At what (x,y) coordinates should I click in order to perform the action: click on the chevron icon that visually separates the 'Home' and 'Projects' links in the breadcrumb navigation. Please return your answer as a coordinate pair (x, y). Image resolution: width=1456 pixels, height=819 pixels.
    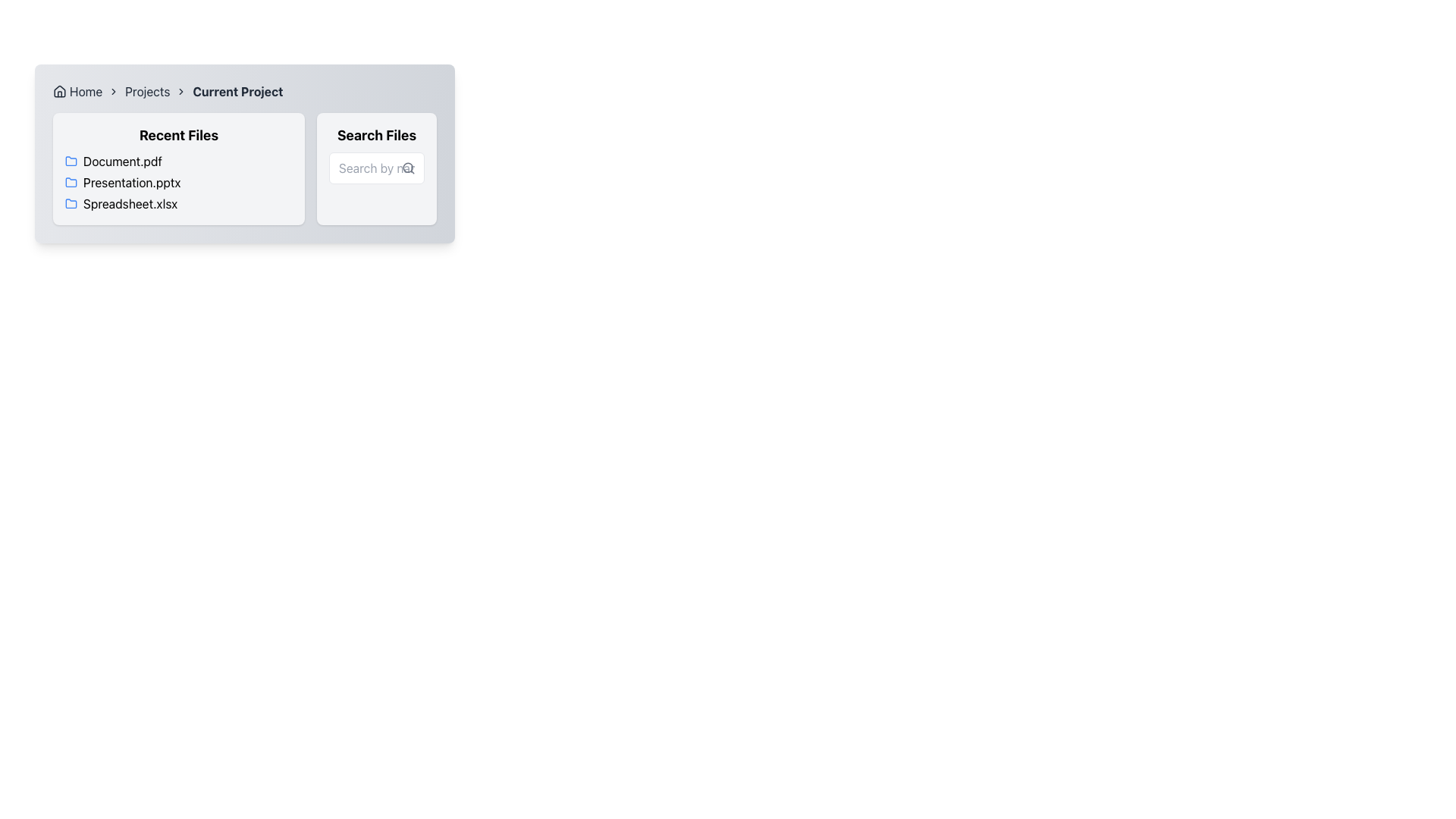
    Looking at the image, I should click on (113, 91).